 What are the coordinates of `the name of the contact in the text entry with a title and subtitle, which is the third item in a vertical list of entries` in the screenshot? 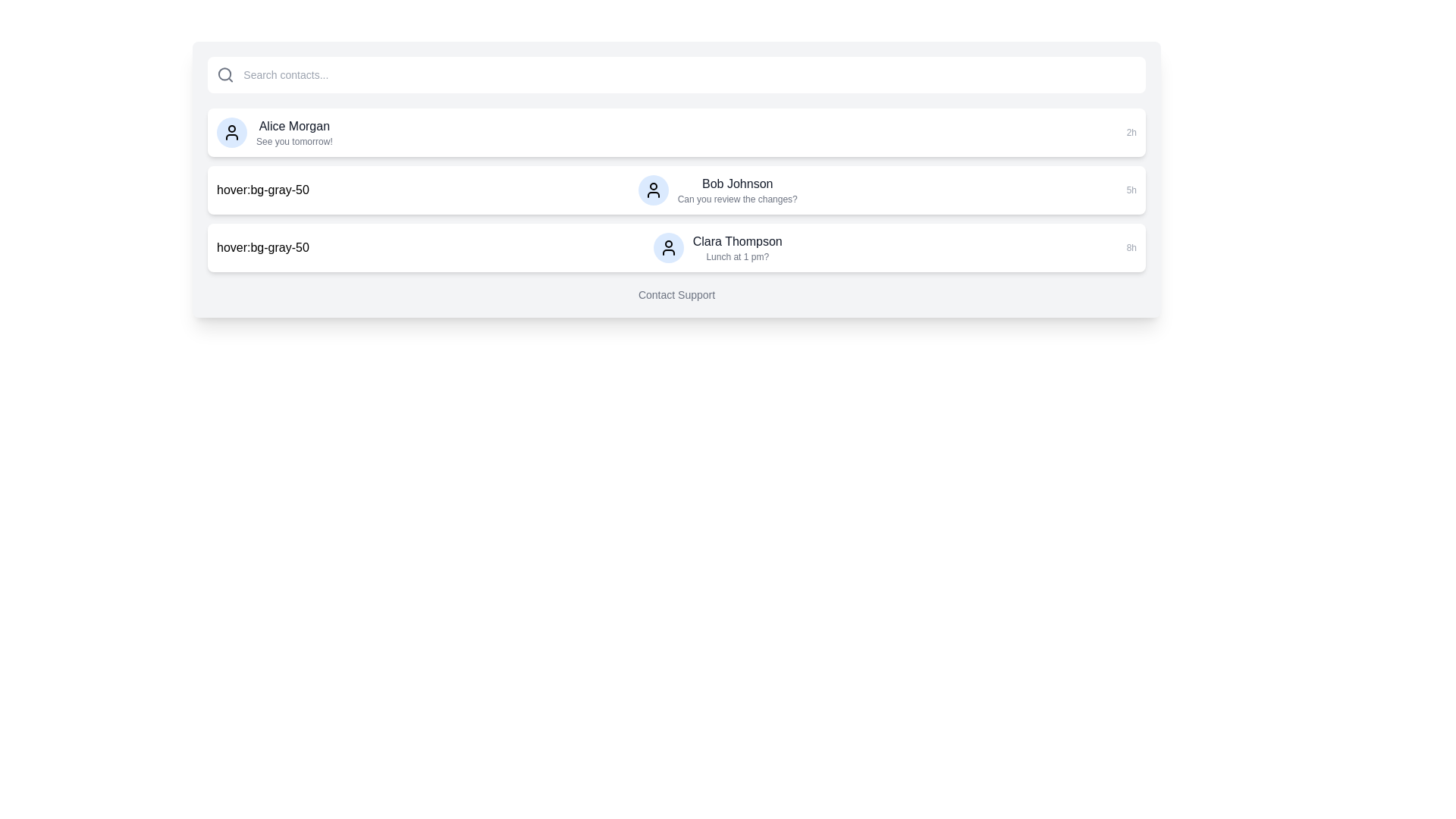 It's located at (737, 247).